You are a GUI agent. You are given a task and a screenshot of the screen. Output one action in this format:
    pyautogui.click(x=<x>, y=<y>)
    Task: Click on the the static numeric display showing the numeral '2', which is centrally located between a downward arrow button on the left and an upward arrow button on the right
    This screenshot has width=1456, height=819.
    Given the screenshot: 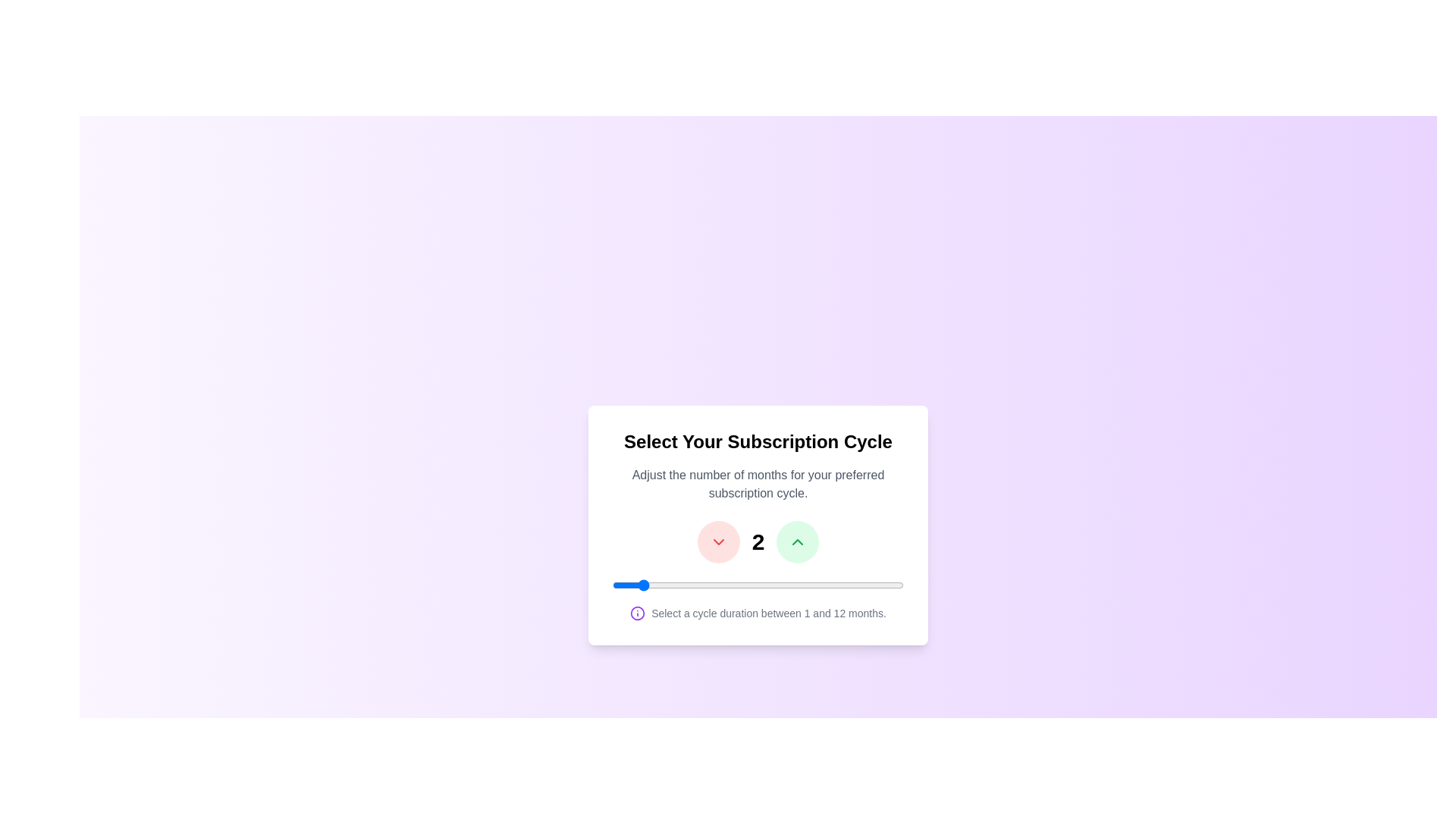 What is the action you would take?
    pyautogui.click(x=758, y=541)
    